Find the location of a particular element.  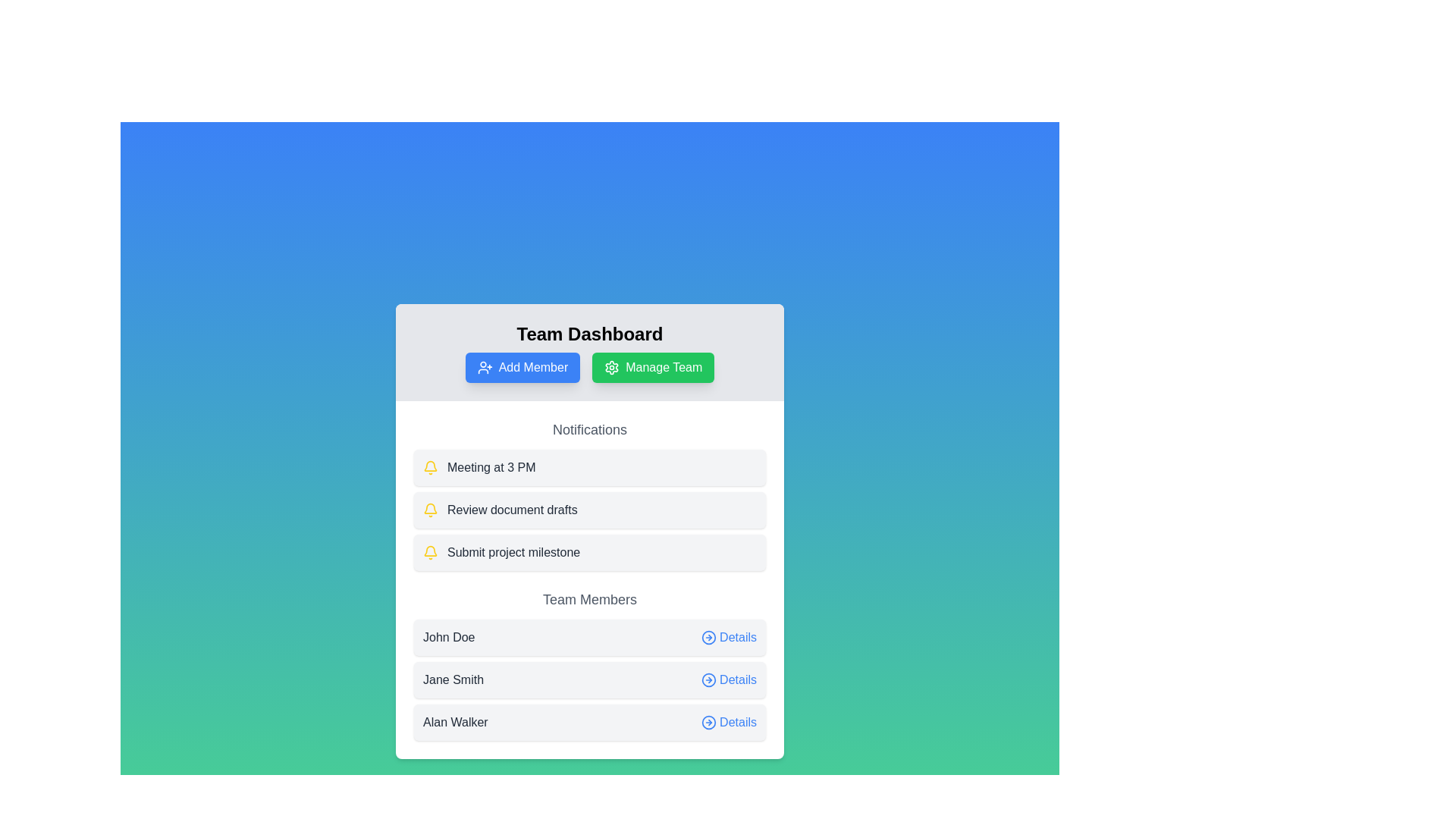

the 'add user' icon, which is a vector graphic silhouette bust of a person with a plus sign, located to the left of the blue button labeled 'Add Member' in the header section is located at coordinates (484, 368).